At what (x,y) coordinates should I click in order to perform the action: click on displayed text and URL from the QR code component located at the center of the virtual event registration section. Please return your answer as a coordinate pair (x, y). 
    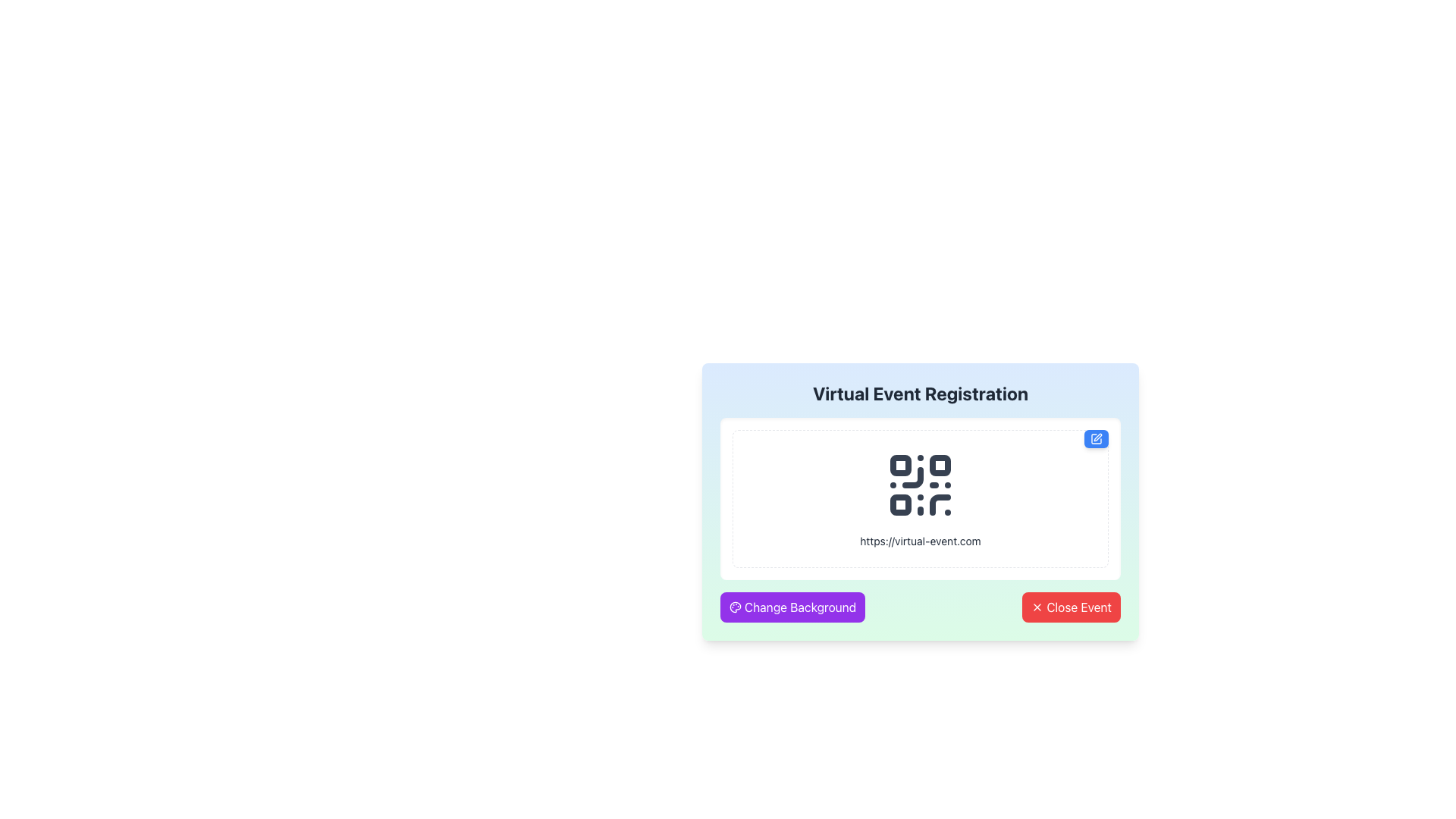
    Looking at the image, I should click on (920, 502).